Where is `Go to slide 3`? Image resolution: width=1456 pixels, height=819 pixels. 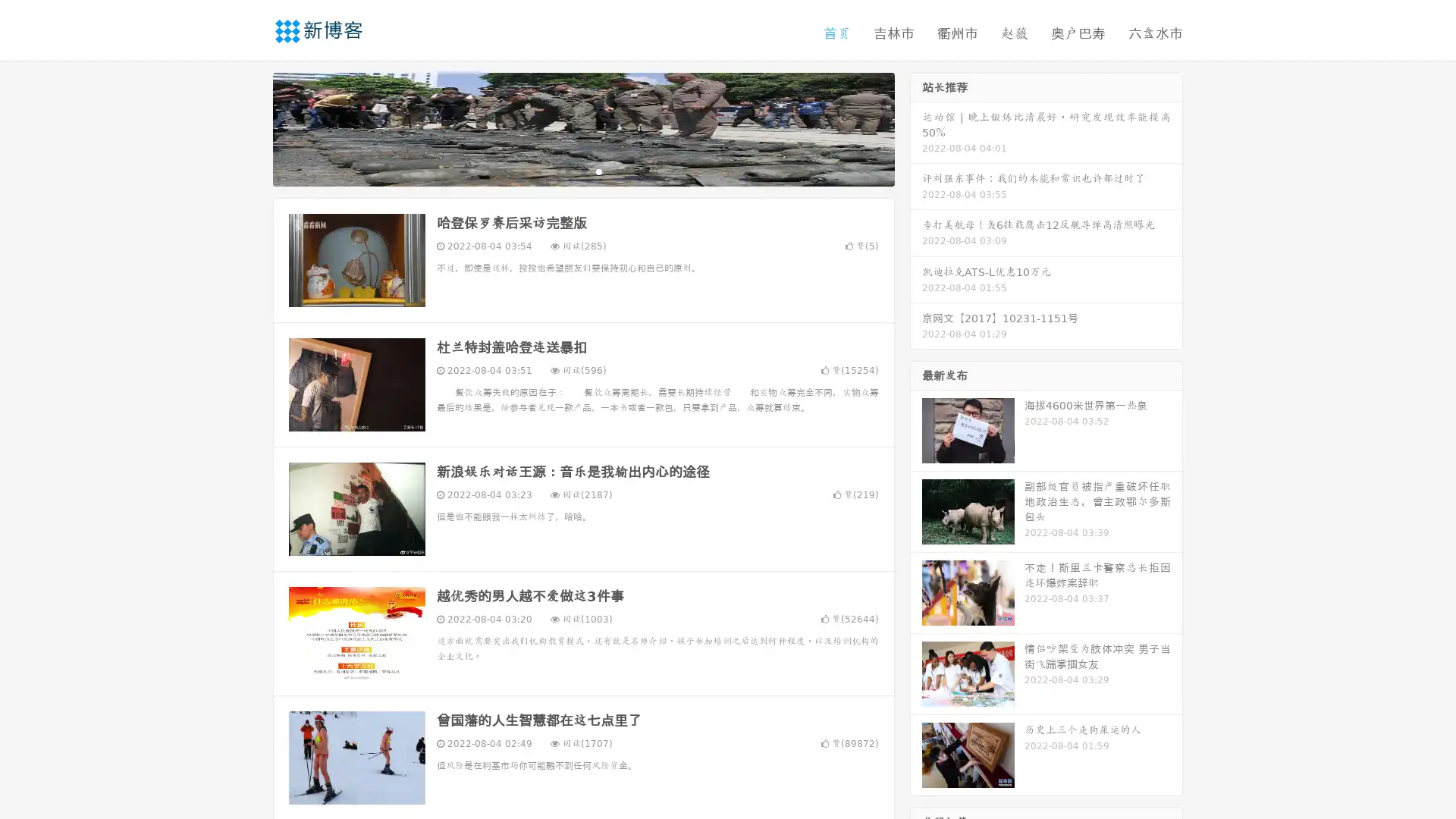 Go to slide 3 is located at coordinates (598, 171).